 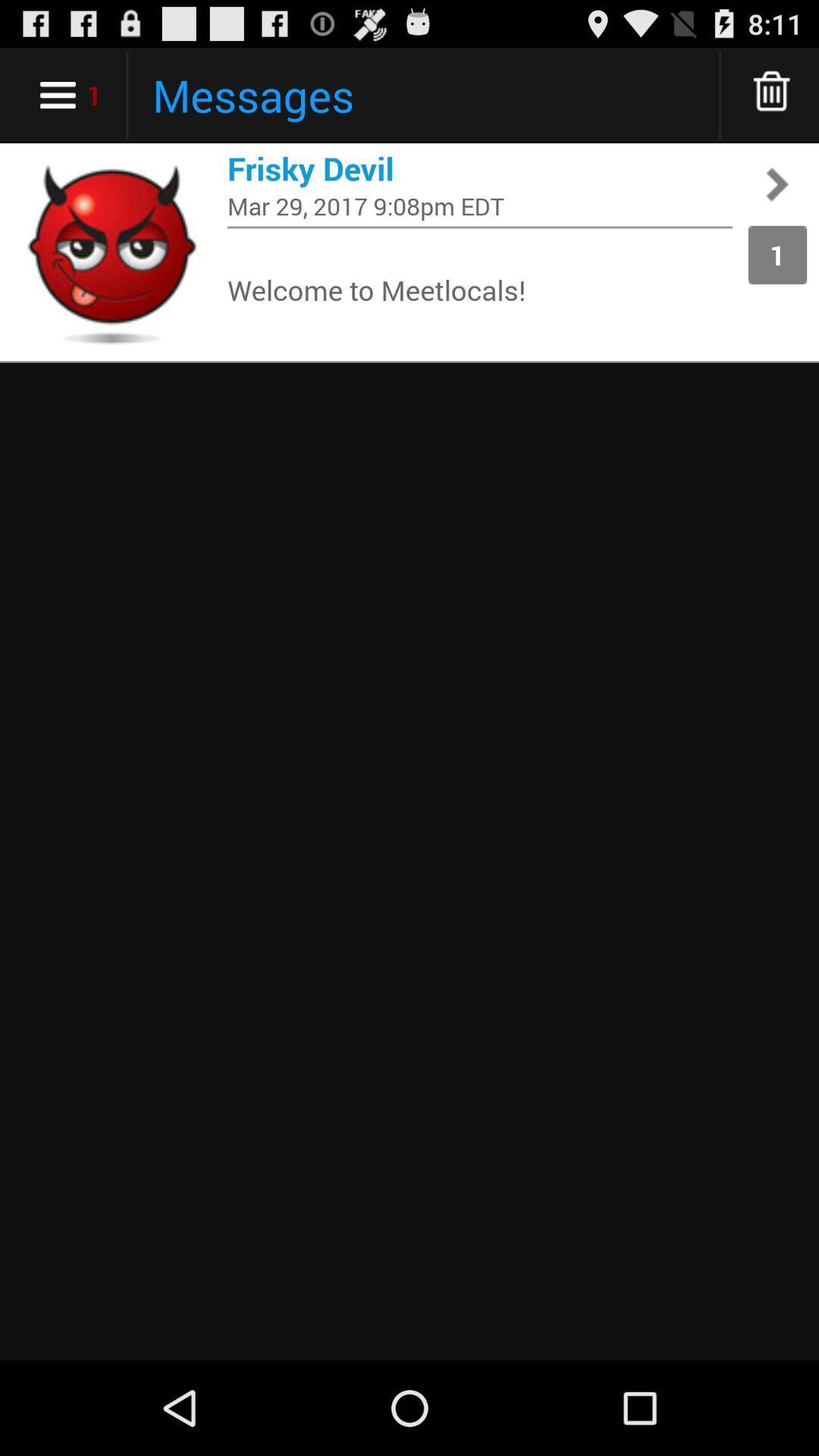 I want to click on icon to the left of 1 icon, so click(x=479, y=226).